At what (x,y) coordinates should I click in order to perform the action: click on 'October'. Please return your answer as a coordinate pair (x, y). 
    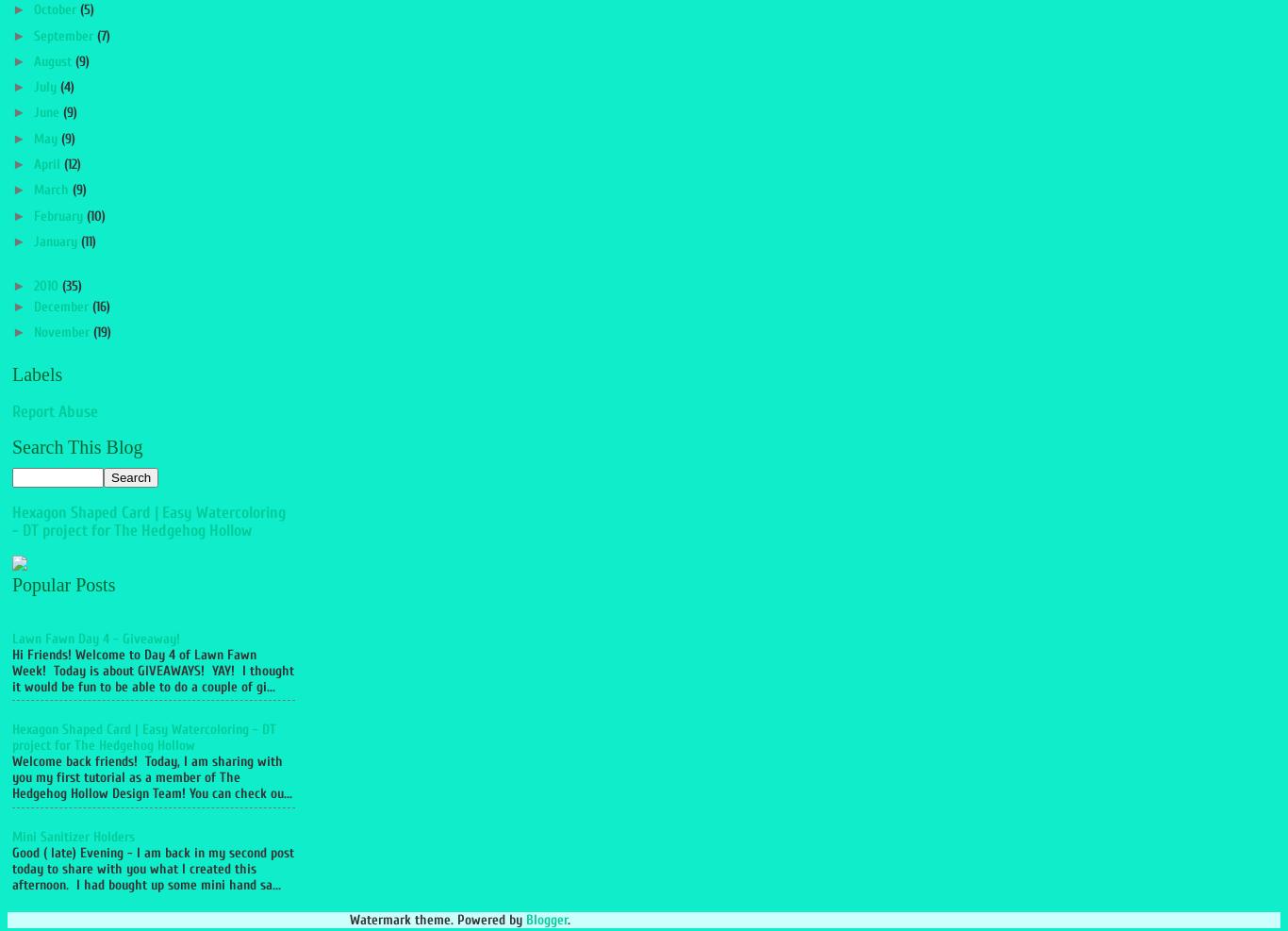
    Looking at the image, I should click on (56, 8).